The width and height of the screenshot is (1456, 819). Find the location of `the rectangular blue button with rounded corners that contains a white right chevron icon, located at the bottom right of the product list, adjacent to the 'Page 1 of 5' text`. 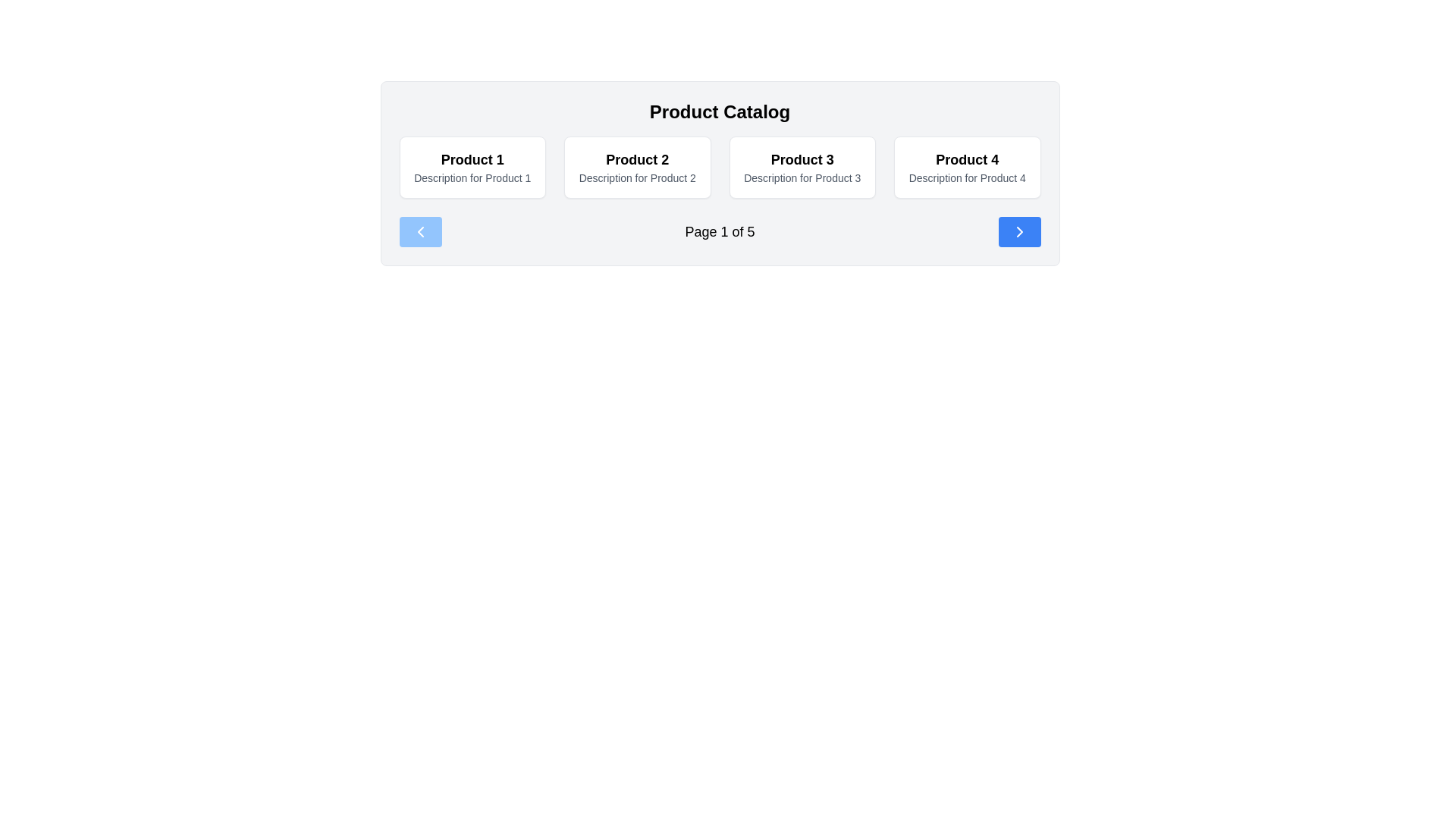

the rectangular blue button with rounded corners that contains a white right chevron icon, located at the bottom right of the product list, adjacent to the 'Page 1 of 5' text is located at coordinates (1019, 231).